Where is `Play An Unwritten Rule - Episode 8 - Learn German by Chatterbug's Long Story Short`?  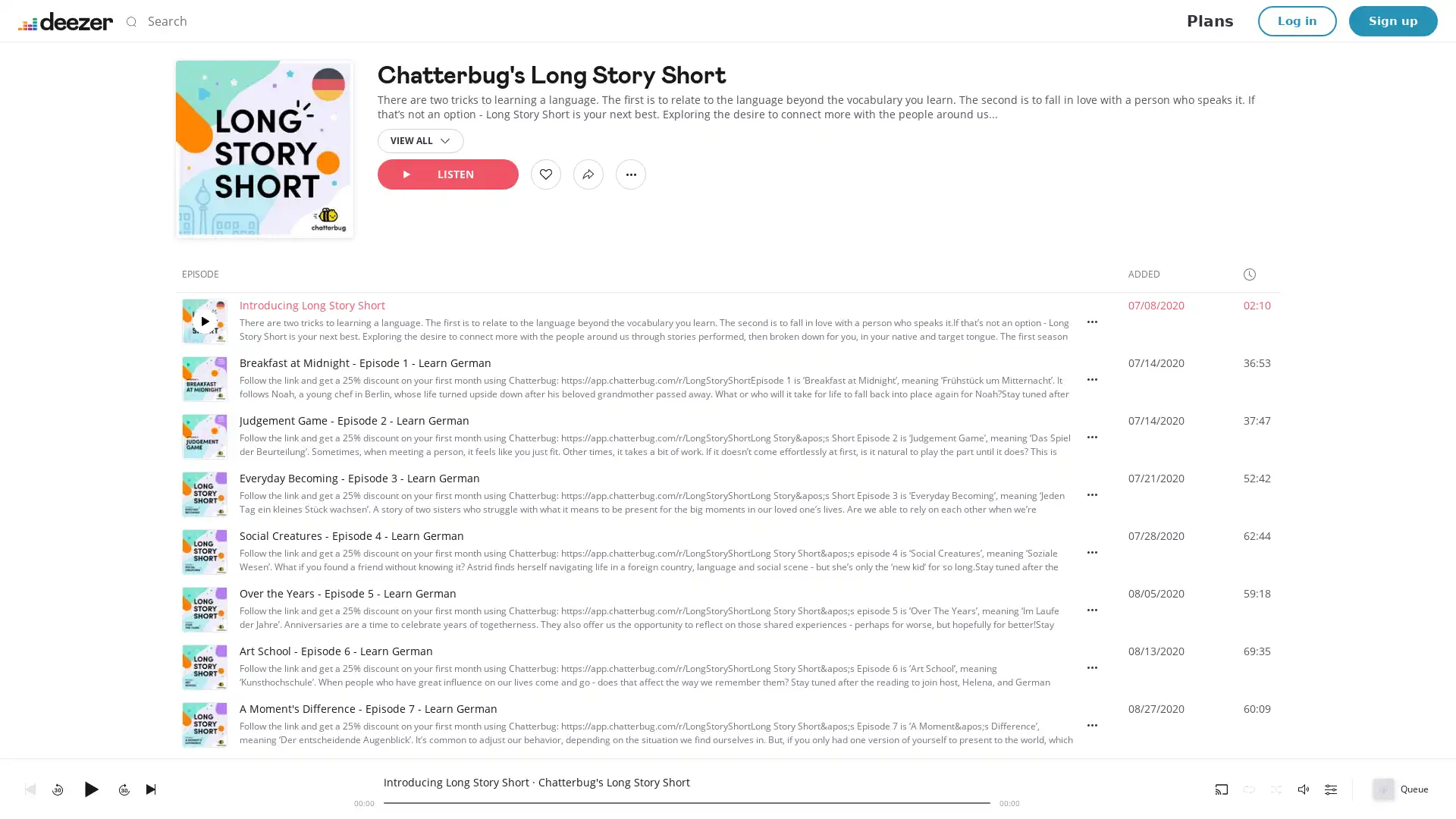
Play An Unwritten Rule - Episode 8 - Learn German by Chatterbug's Long Story Short is located at coordinates (203, 783).